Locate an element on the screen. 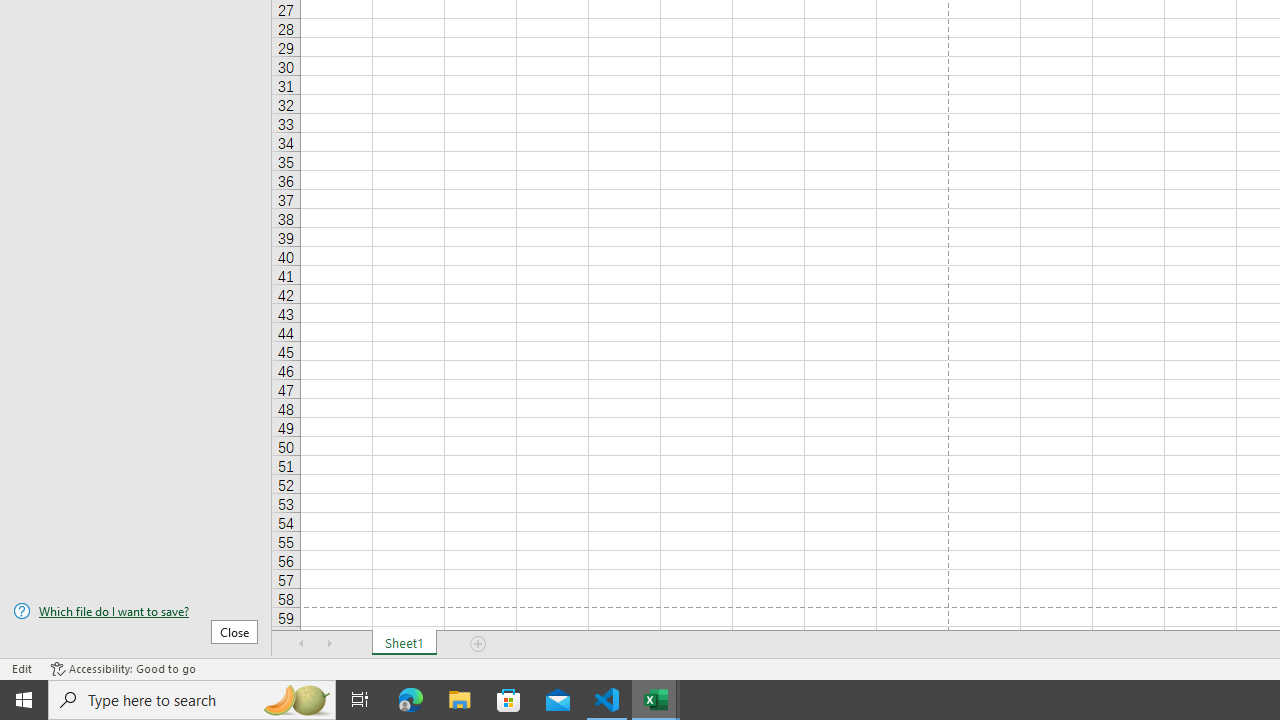  'Close' is located at coordinates (234, 631).